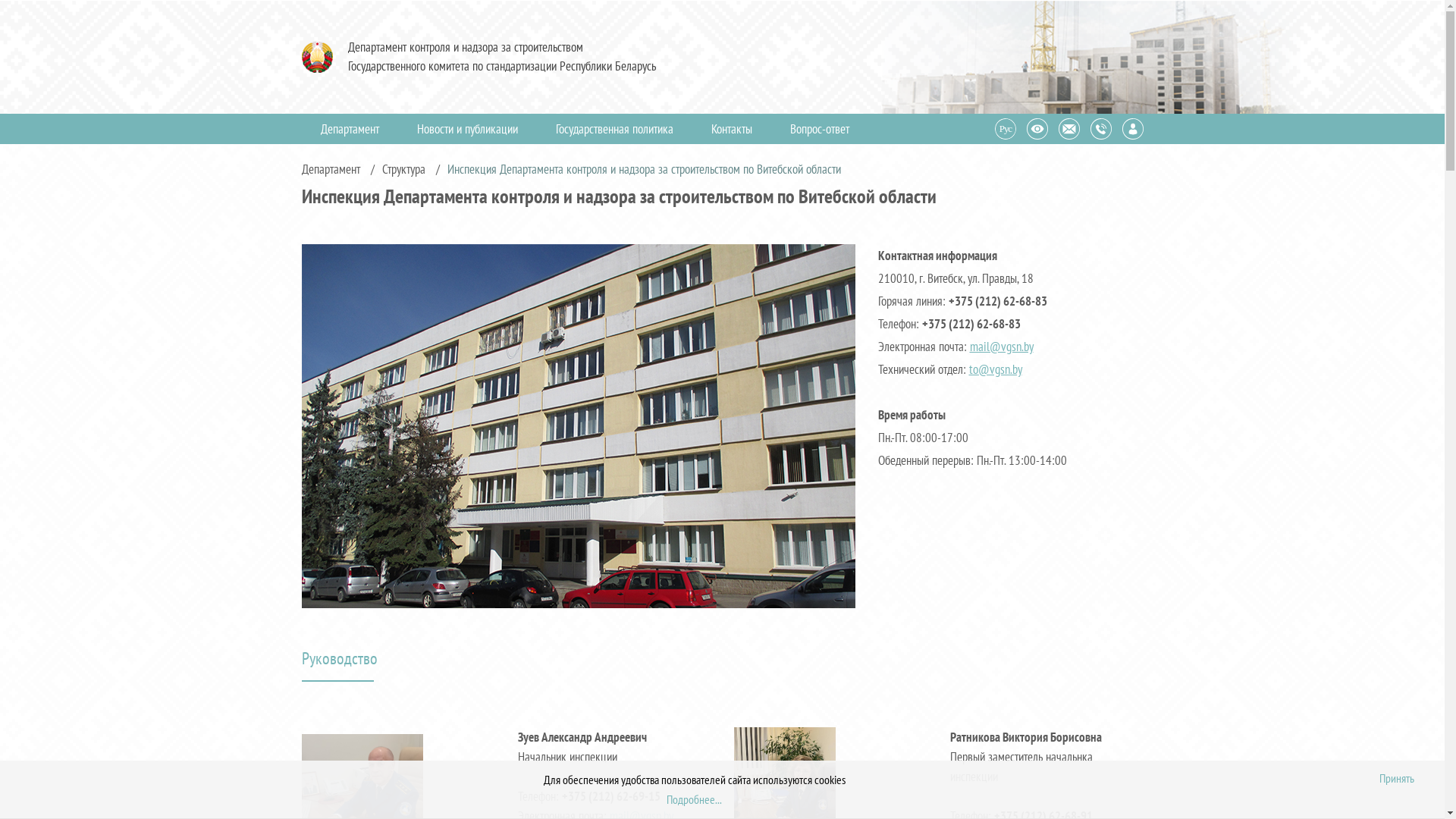 Image resolution: width=1456 pixels, height=819 pixels. What do you see at coordinates (968, 346) in the screenshot?
I see `'mail@vgsn.by'` at bounding box center [968, 346].